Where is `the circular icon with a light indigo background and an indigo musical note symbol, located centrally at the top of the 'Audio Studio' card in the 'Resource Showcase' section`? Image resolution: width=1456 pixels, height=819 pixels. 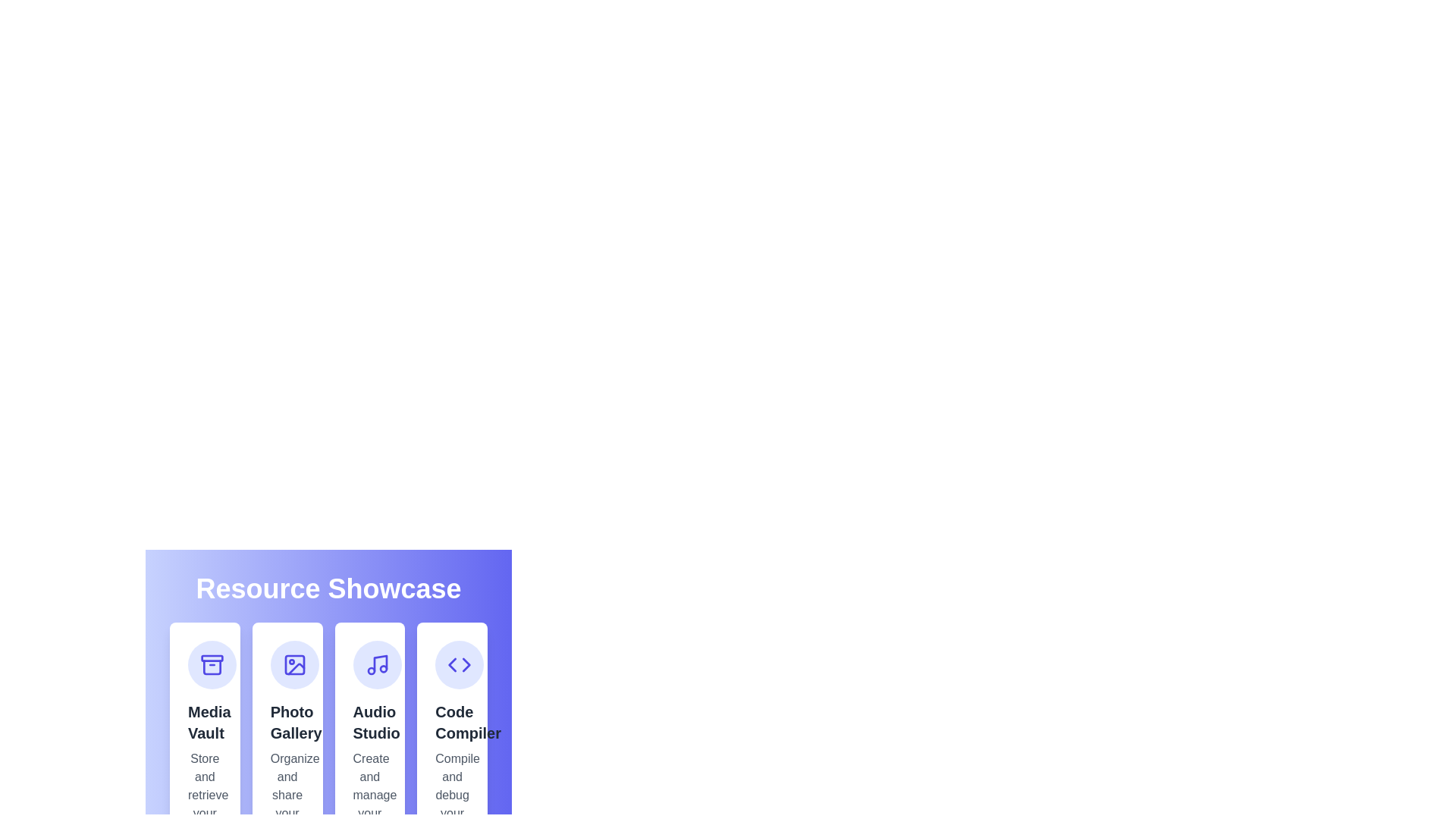
the circular icon with a light indigo background and an indigo musical note symbol, located centrally at the top of the 'Audio Studio' card in the 'Resource Showcase' section is located at coordinates (377, 664).